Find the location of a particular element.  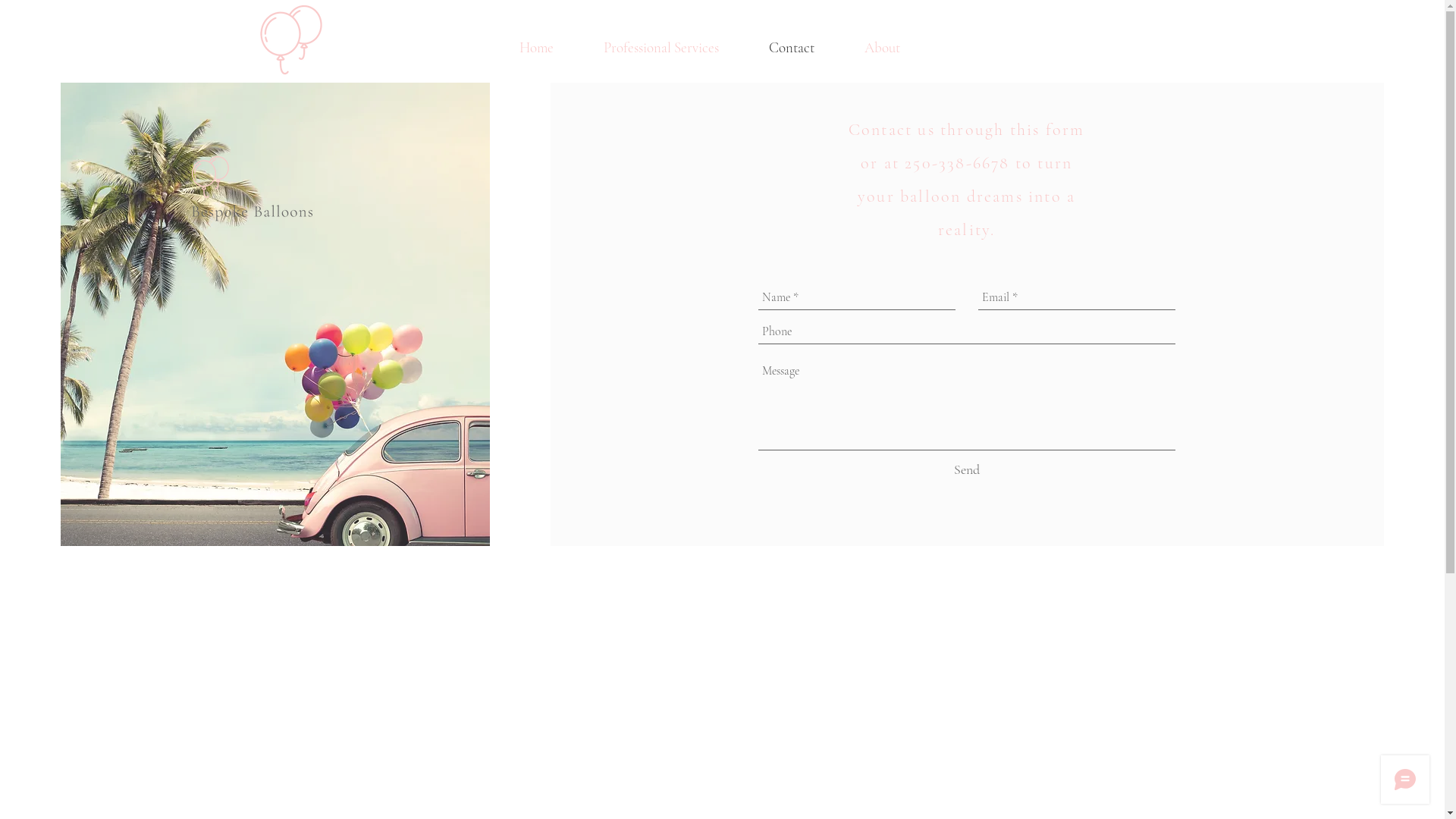

'Home' is located at coordinates (494, 46).